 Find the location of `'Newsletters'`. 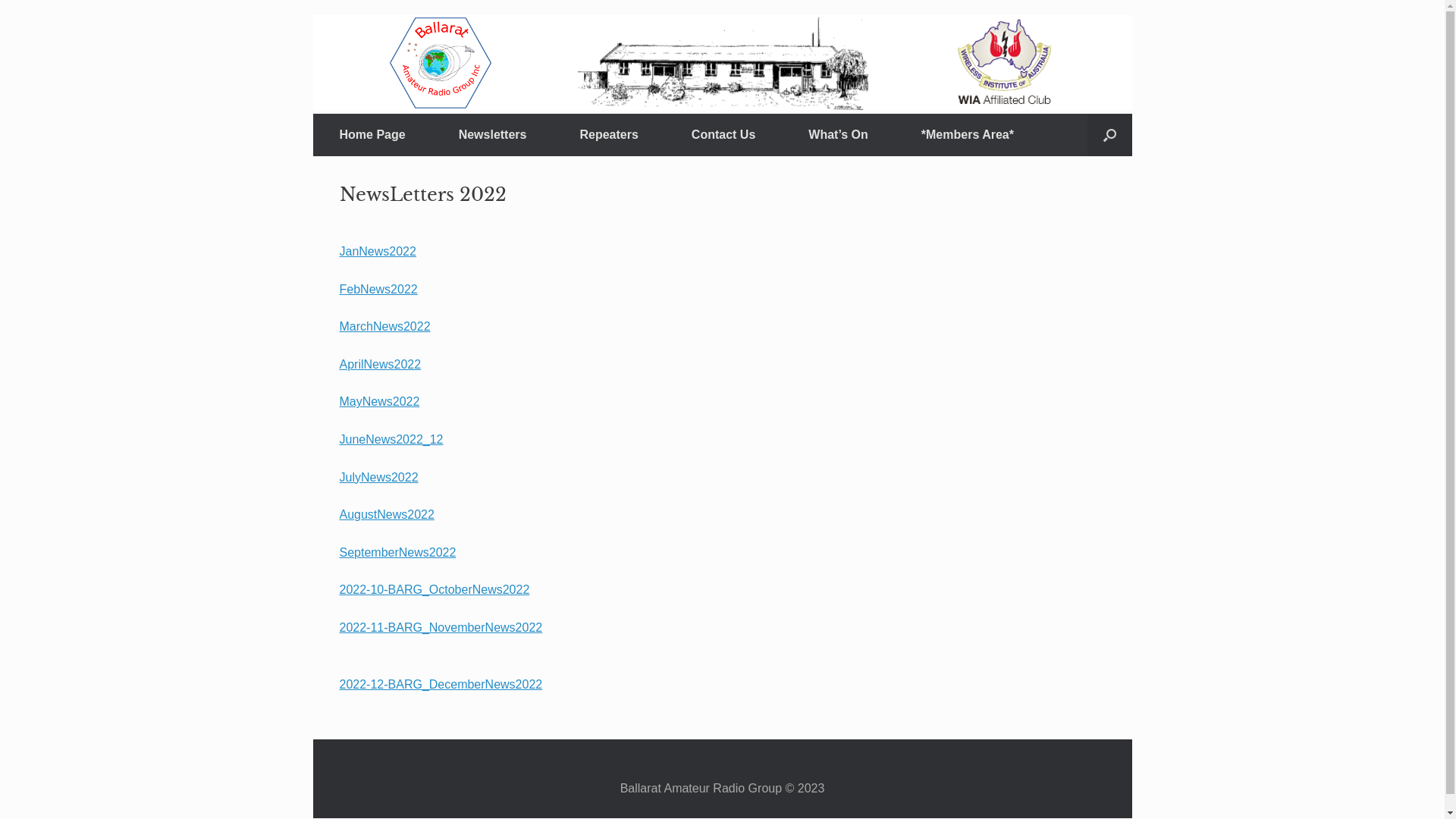

'Newsletters' is located at coordinates (492, 133).